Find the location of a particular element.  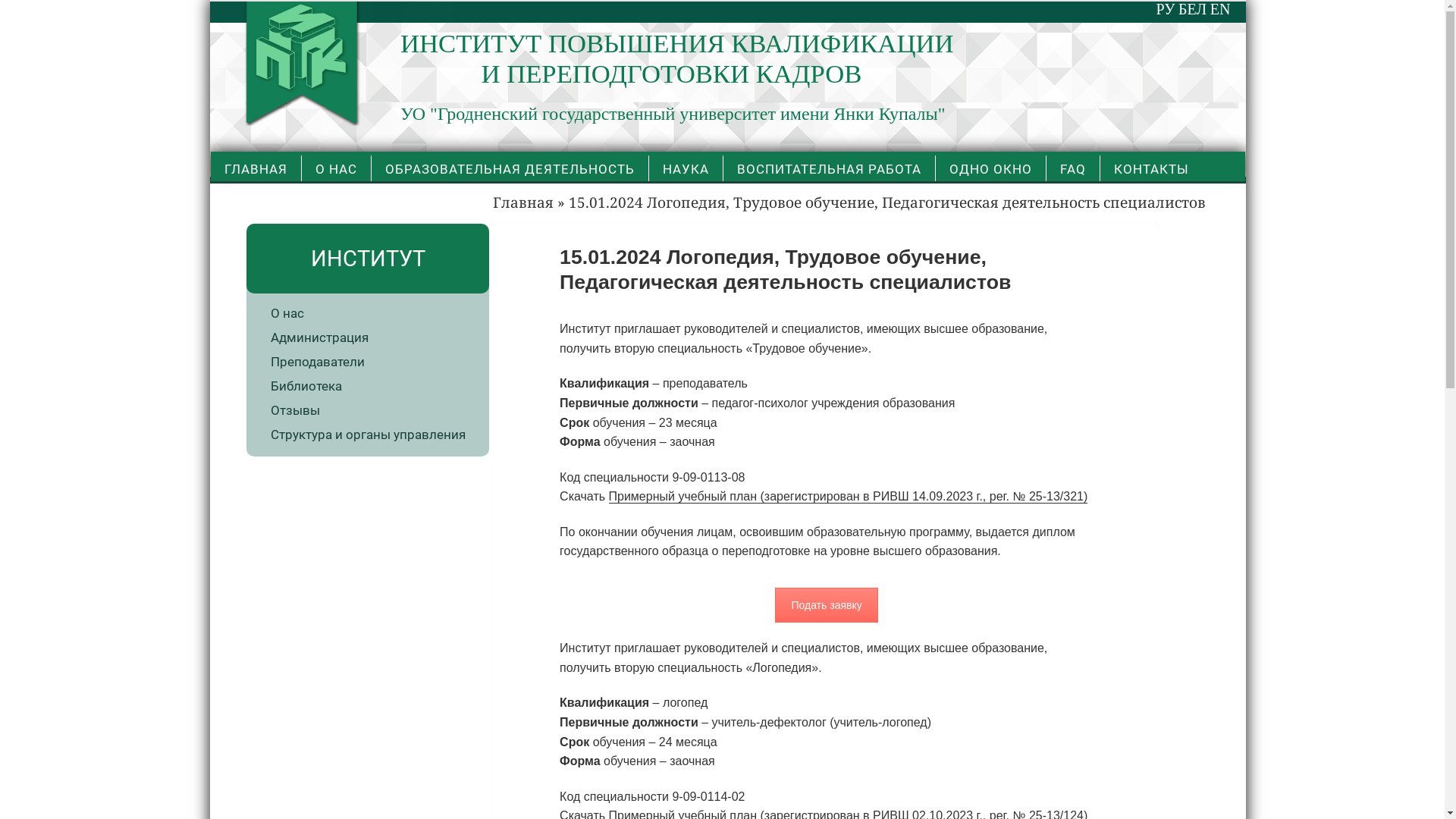

'EN' is located at coordinates (1210, 8).